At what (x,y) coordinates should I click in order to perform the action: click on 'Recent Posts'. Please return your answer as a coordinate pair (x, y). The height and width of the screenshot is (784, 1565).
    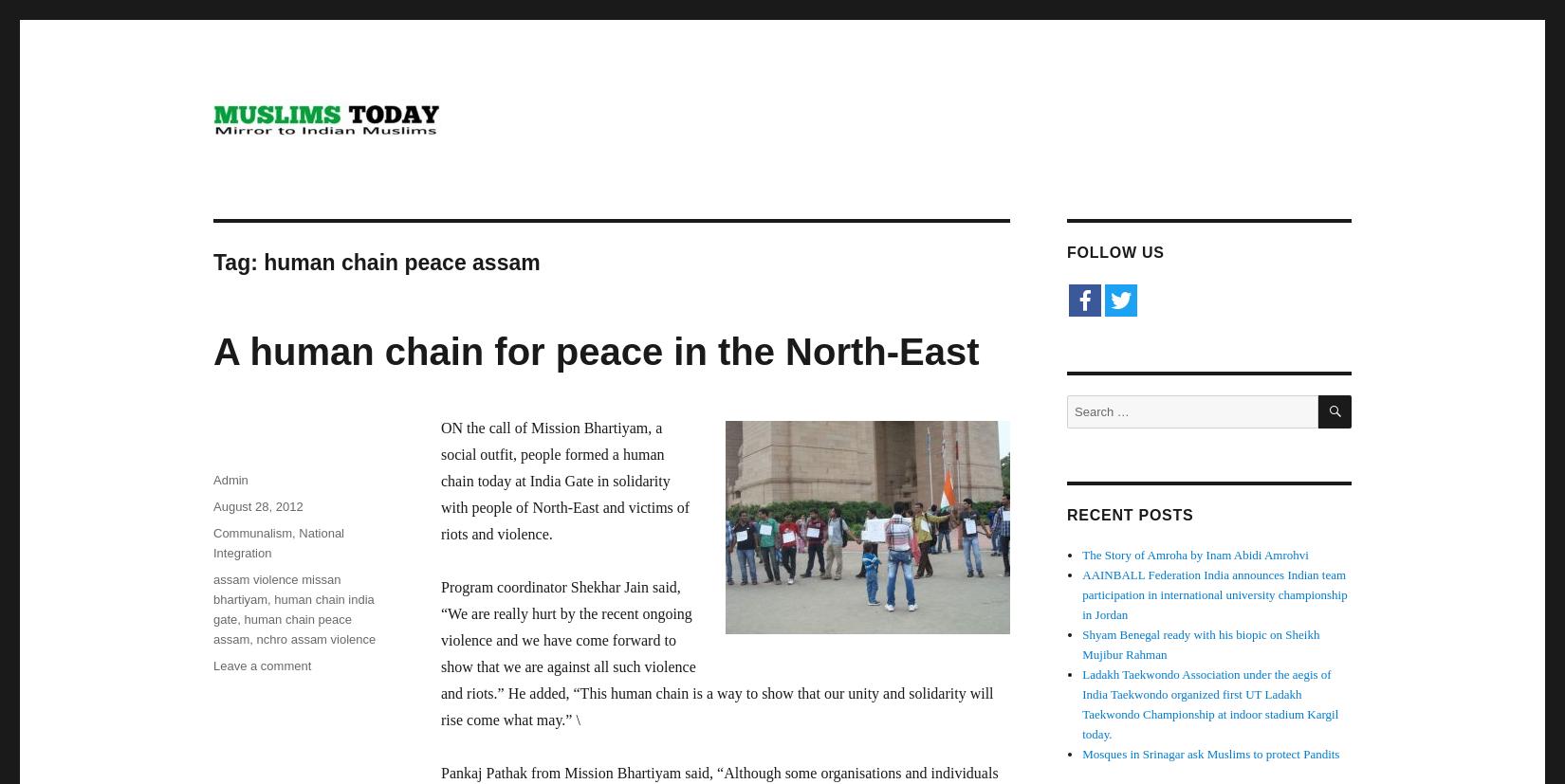
    Looking at the image, I should click on (1130, 514).